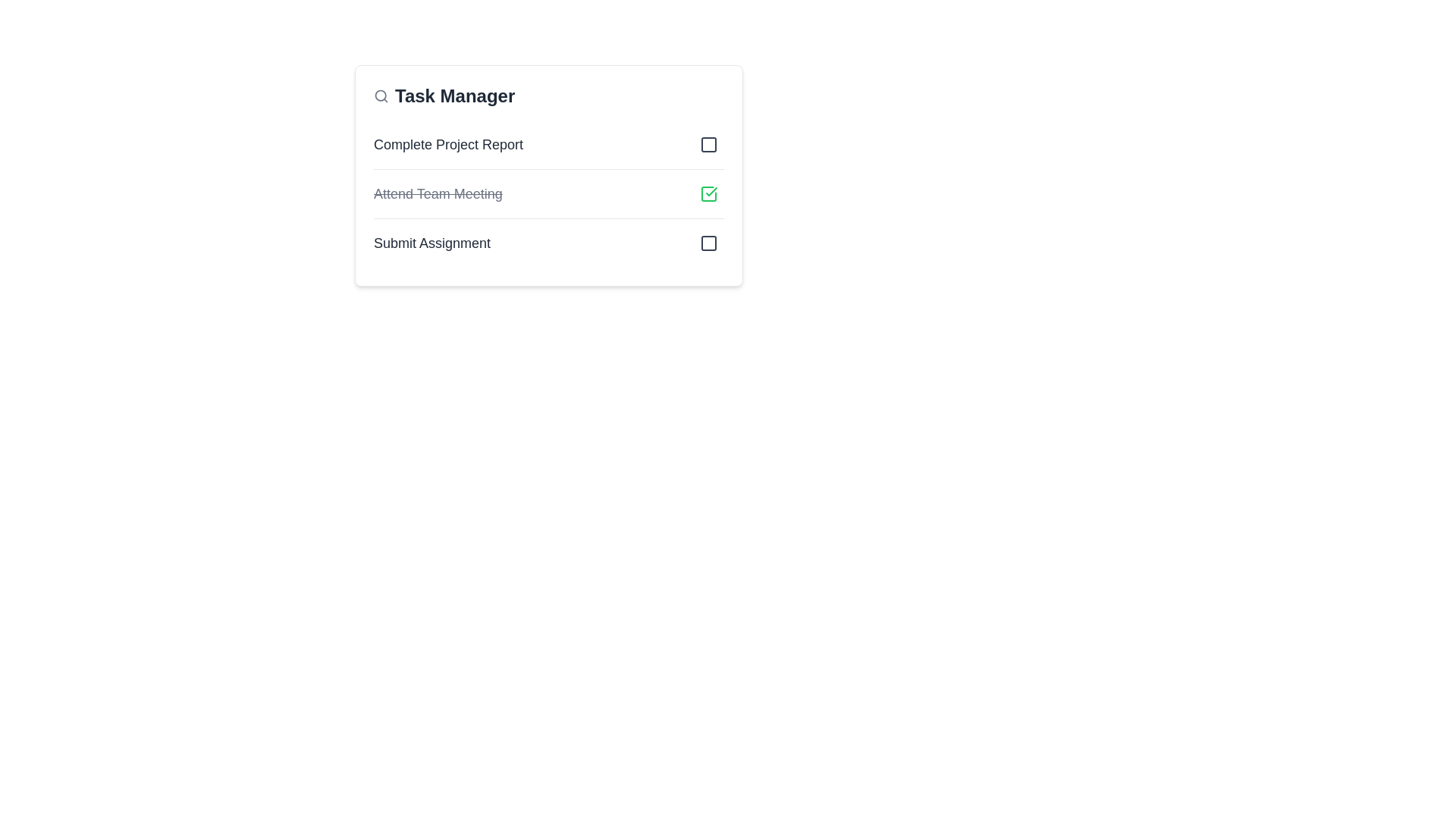  What do you see at coordinates (708, 242) in the screenshot?
I see `the third button located towards the right end of the row associated with the text 'Submit Assignment'` at bounding box center [708, 242].